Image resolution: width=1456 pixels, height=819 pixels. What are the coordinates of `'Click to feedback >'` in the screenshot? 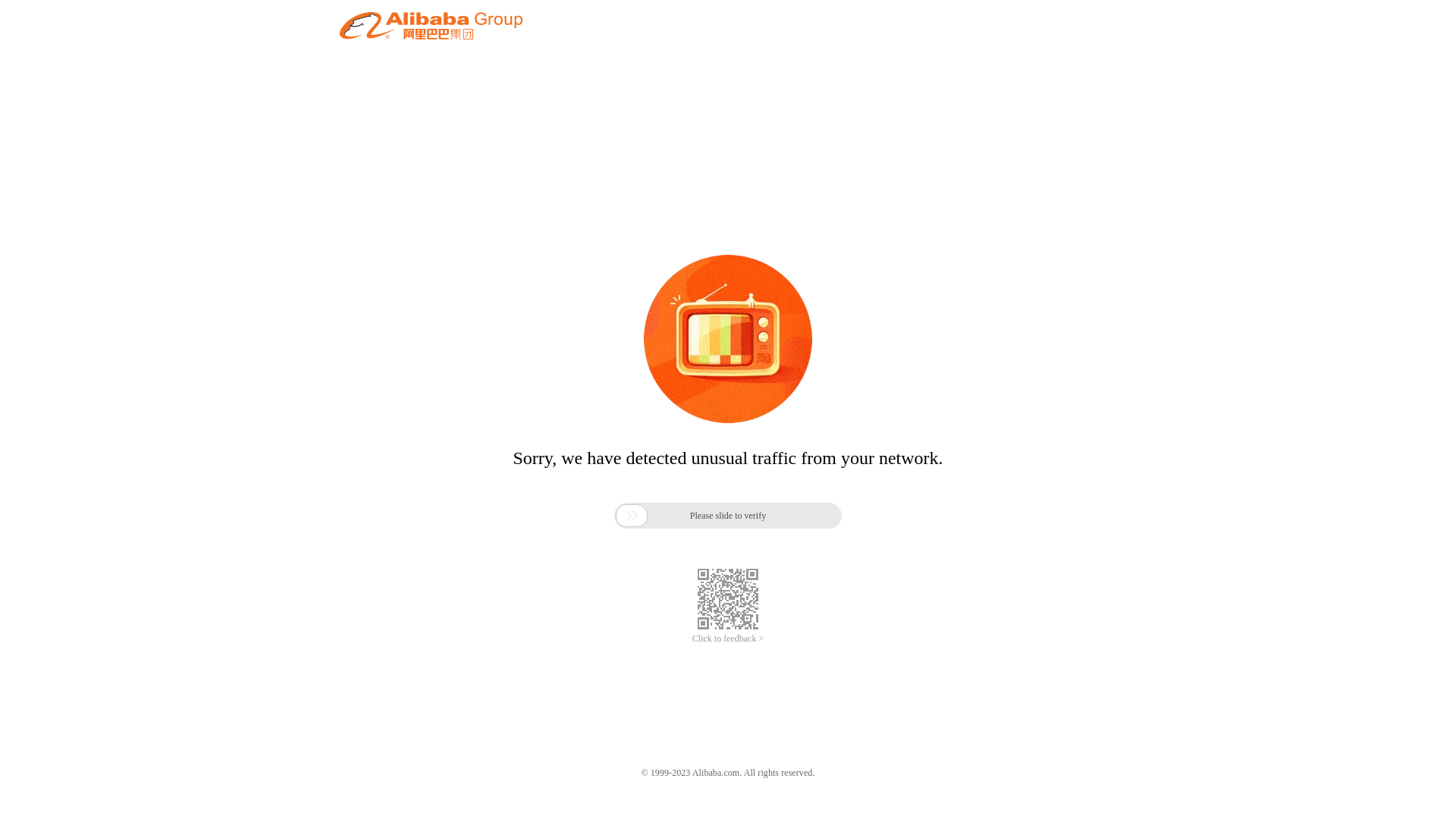 It's located at (728, 639).